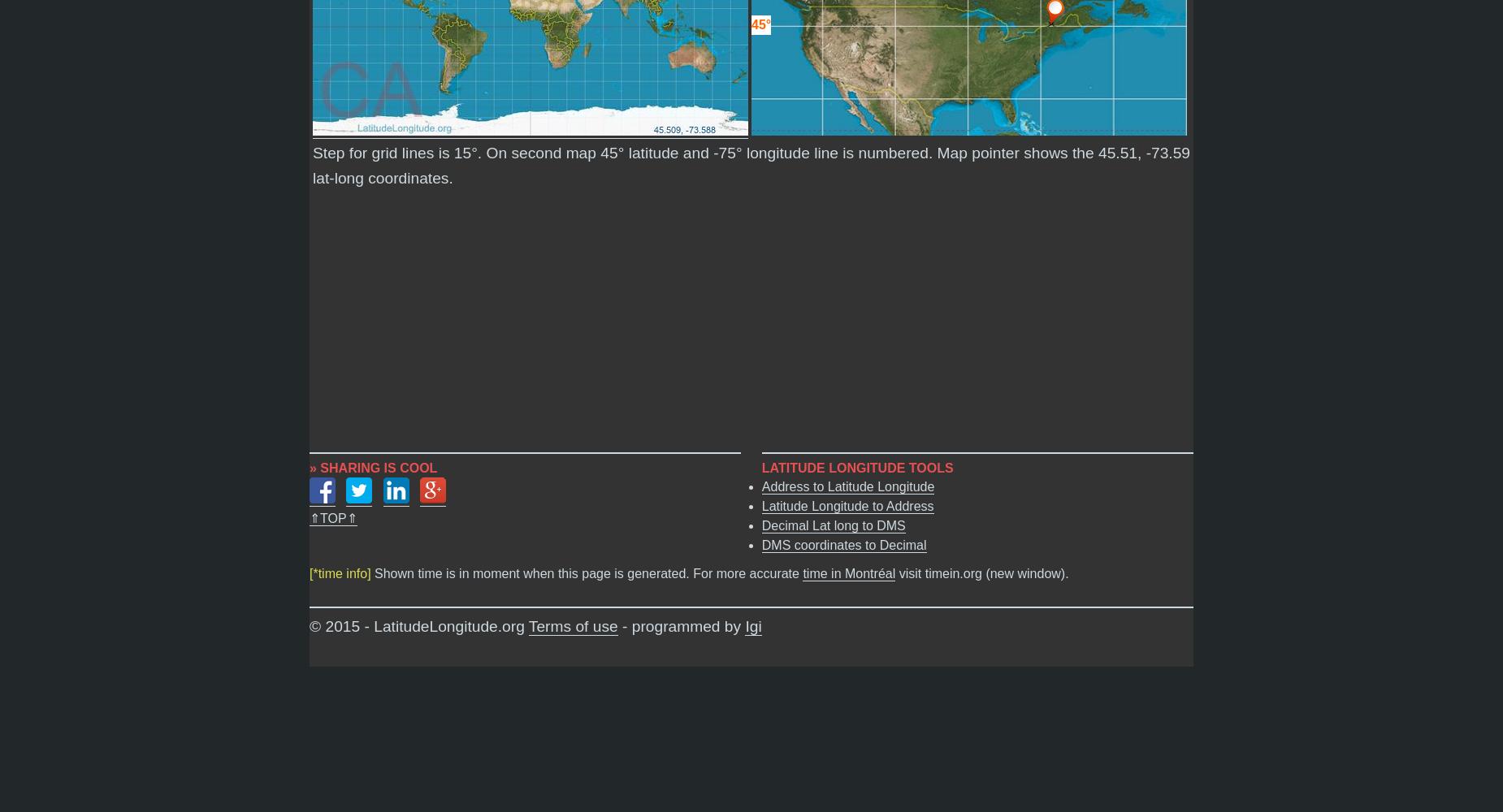 This screenshot has height=812, width=1503. What do you see at coordinates (617, 625) in the screenshot?
I see `'- programmed by'` at bounding box center [617, 625].